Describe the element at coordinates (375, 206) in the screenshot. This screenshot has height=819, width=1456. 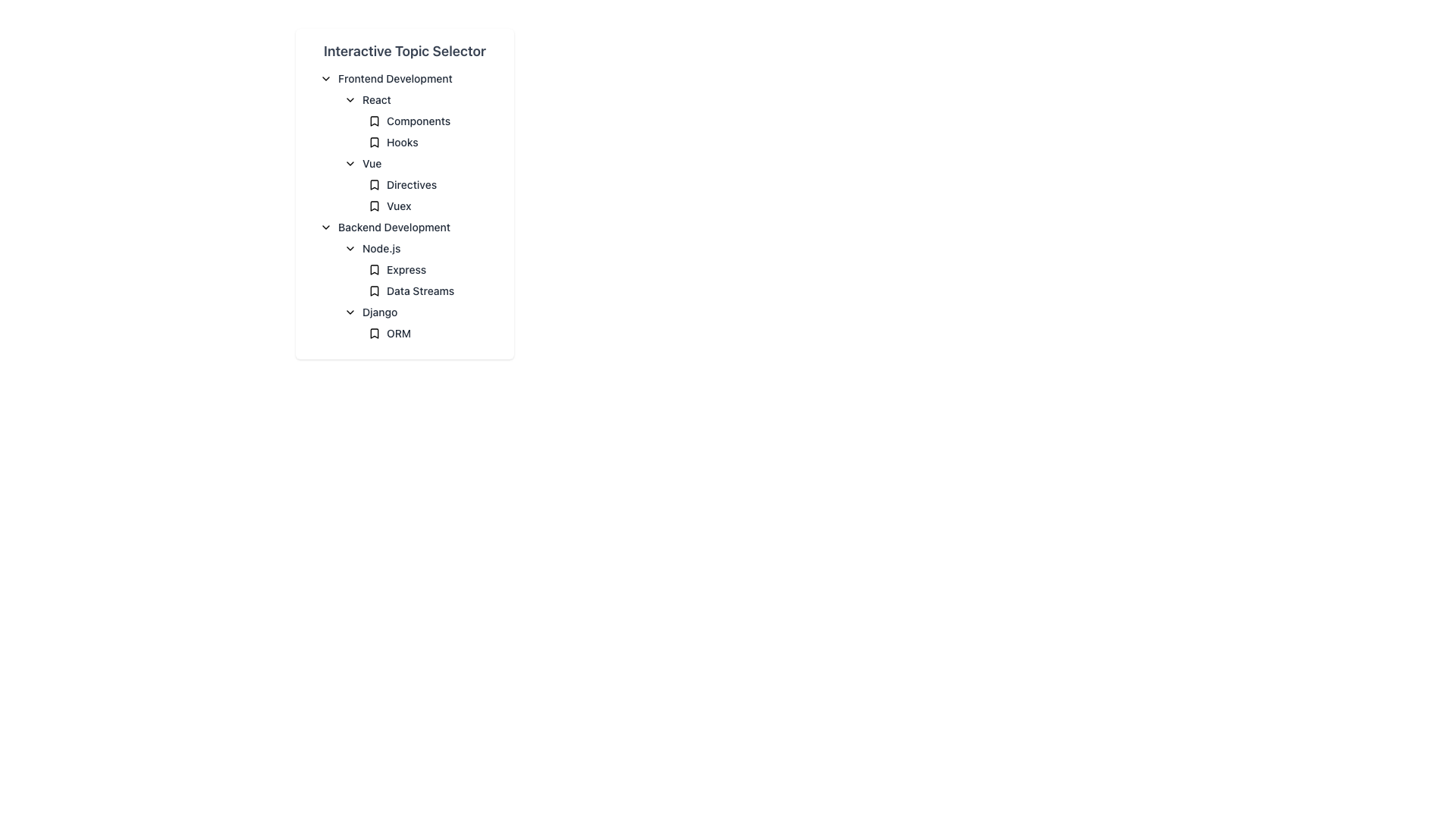
I see `the bookmark icon located next to the 'Vuex' item in the Vue section of the interactive topic selector` at that location.